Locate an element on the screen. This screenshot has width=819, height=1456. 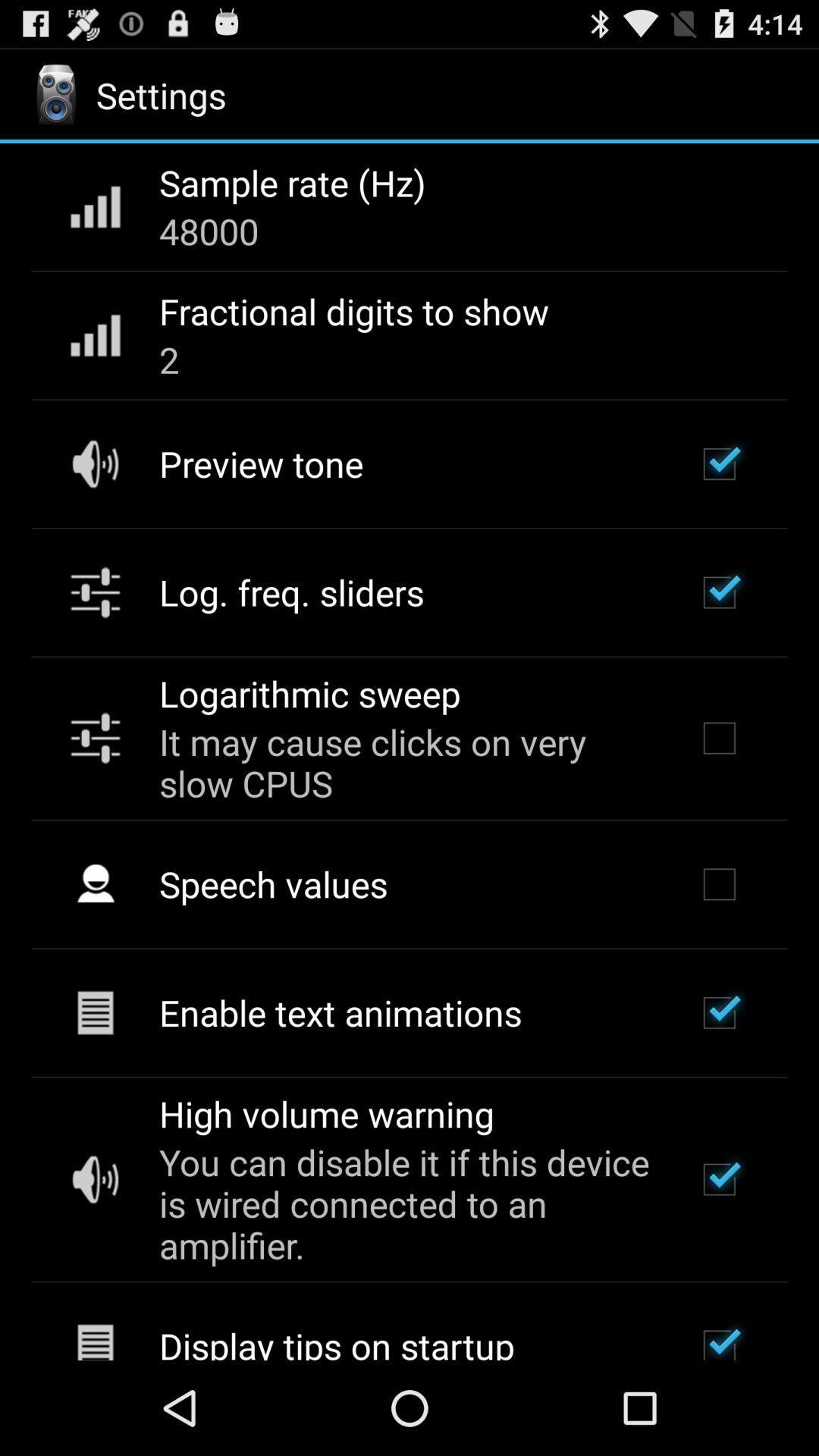
sample rate (hz) item is located at coordinates (292, 182).